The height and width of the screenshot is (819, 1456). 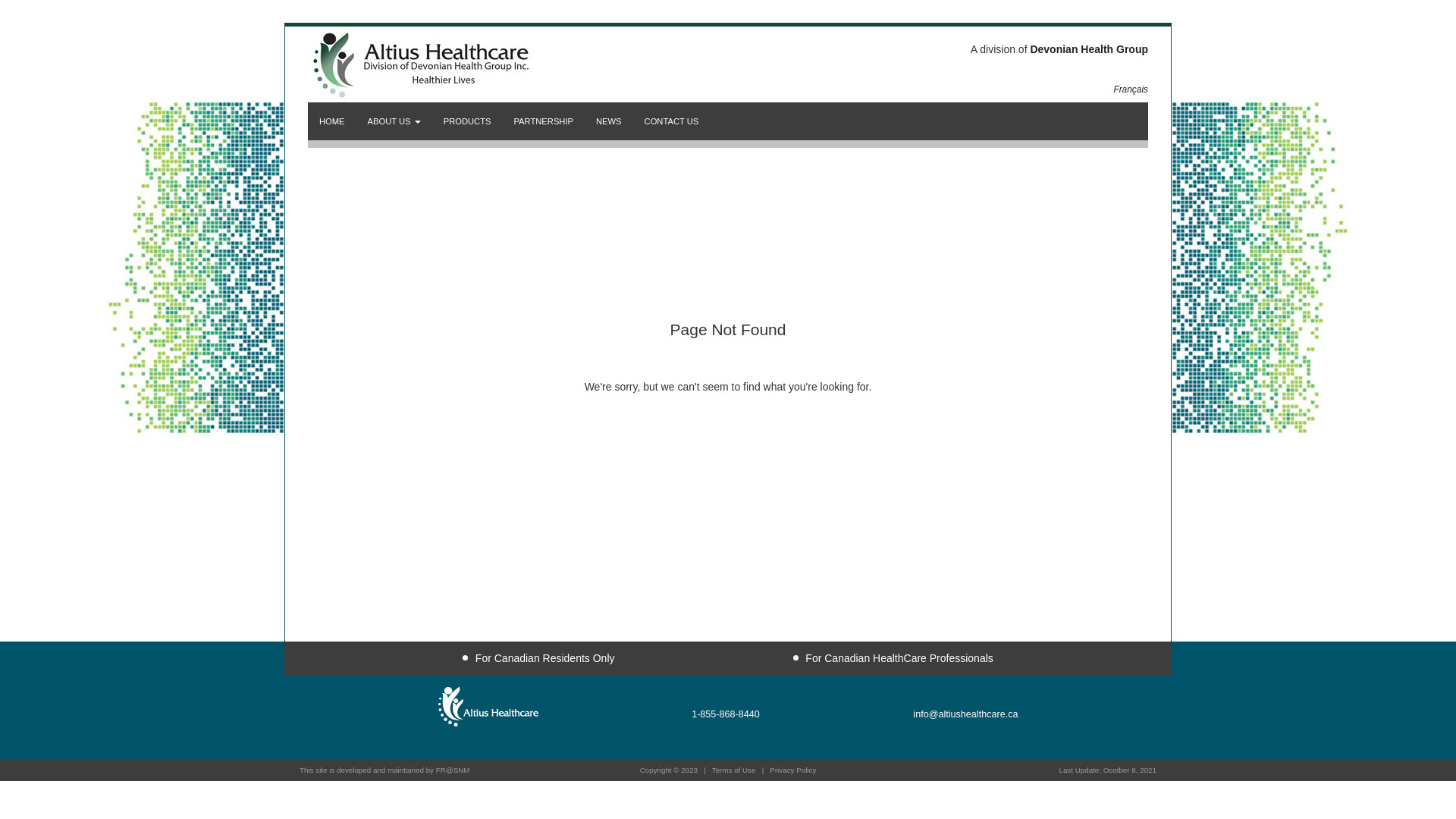 What do you see at coordinates (331, 120) in the screenshot?
I see `'HOME'` at bounding box center [331, 120].